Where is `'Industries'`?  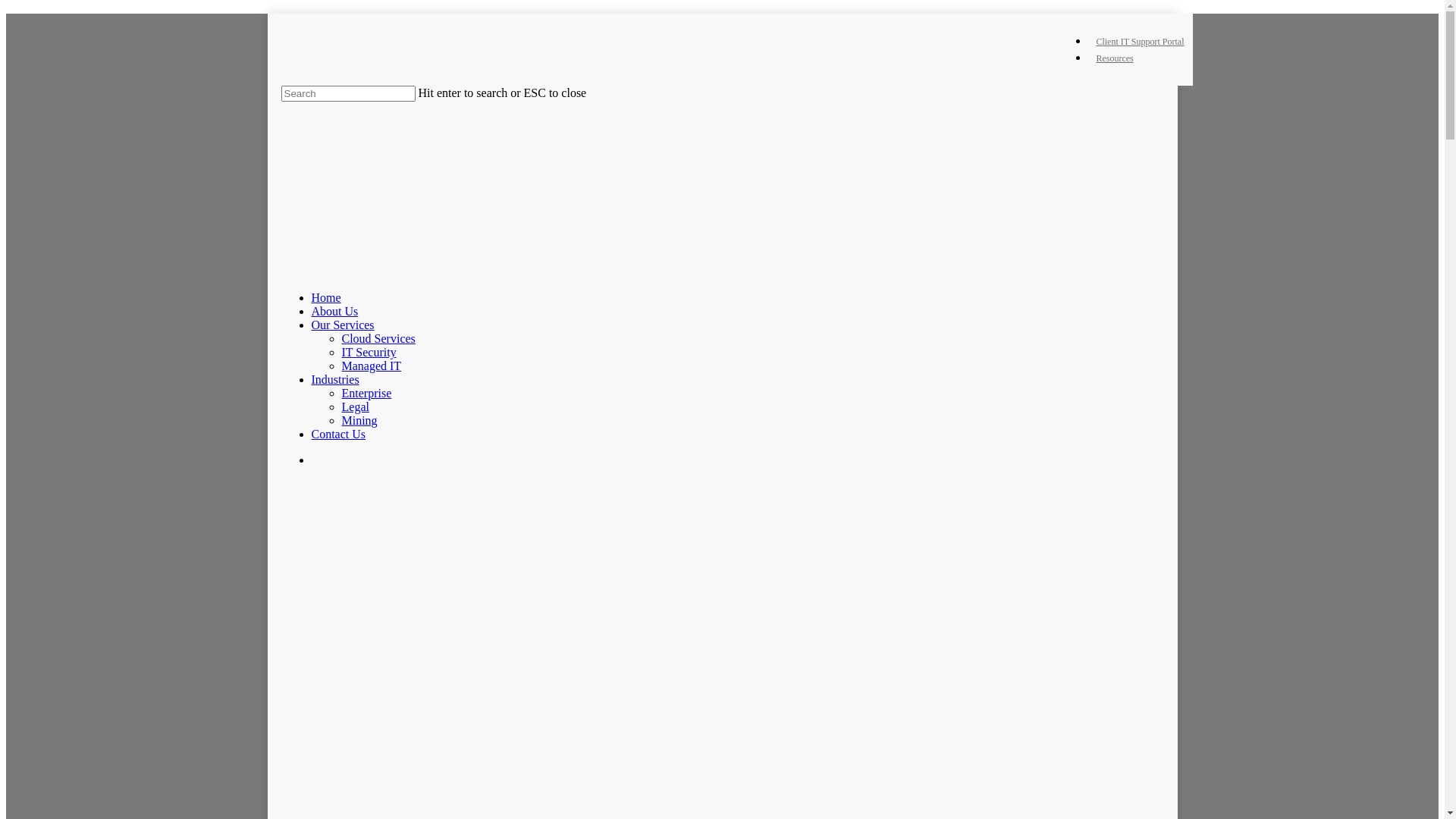
'Industries' is located at coordinates (309, 378).